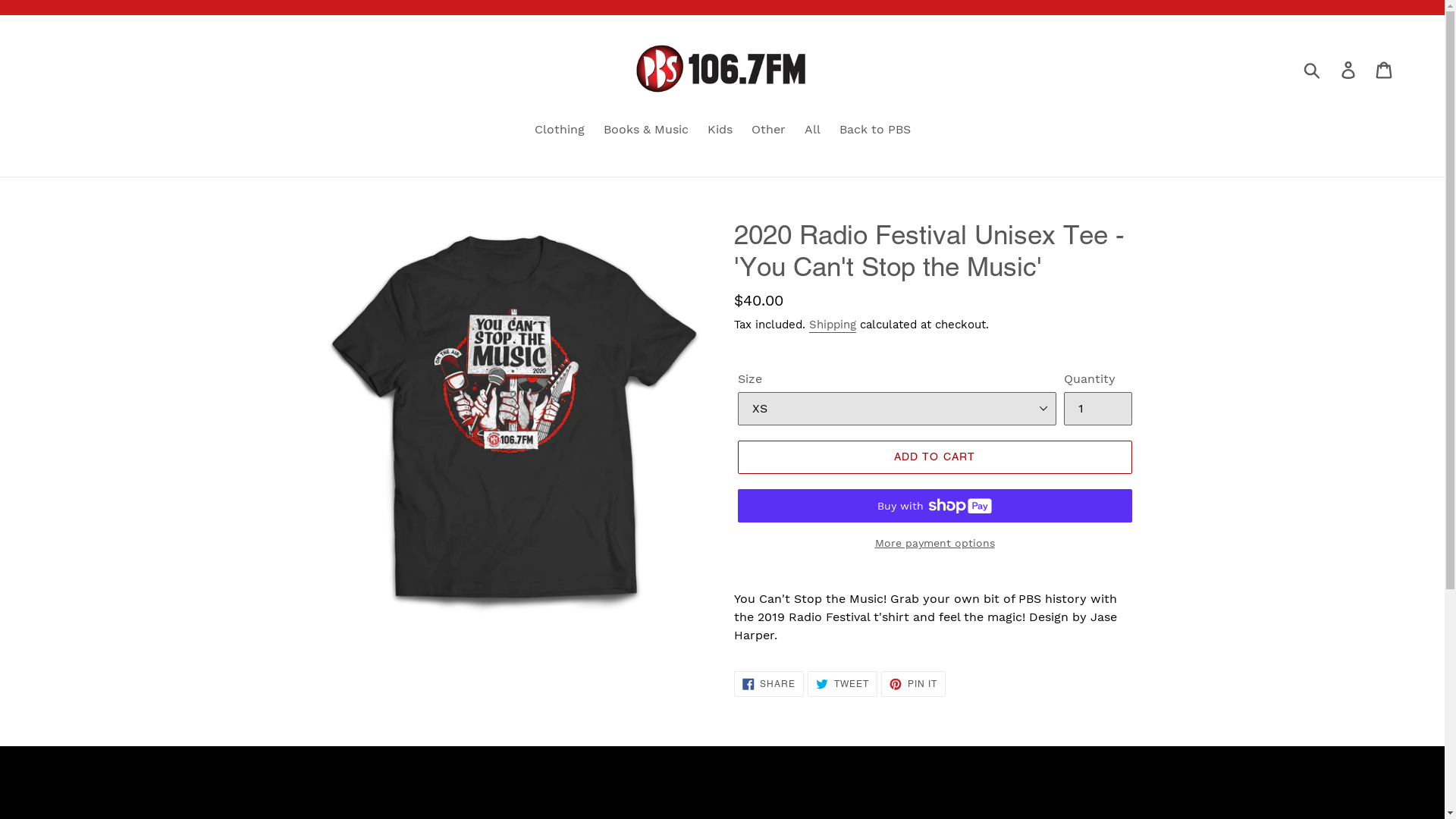  Describe the element at coordinates (767, 130) in the screenshot. I see `'Other'` at that location.